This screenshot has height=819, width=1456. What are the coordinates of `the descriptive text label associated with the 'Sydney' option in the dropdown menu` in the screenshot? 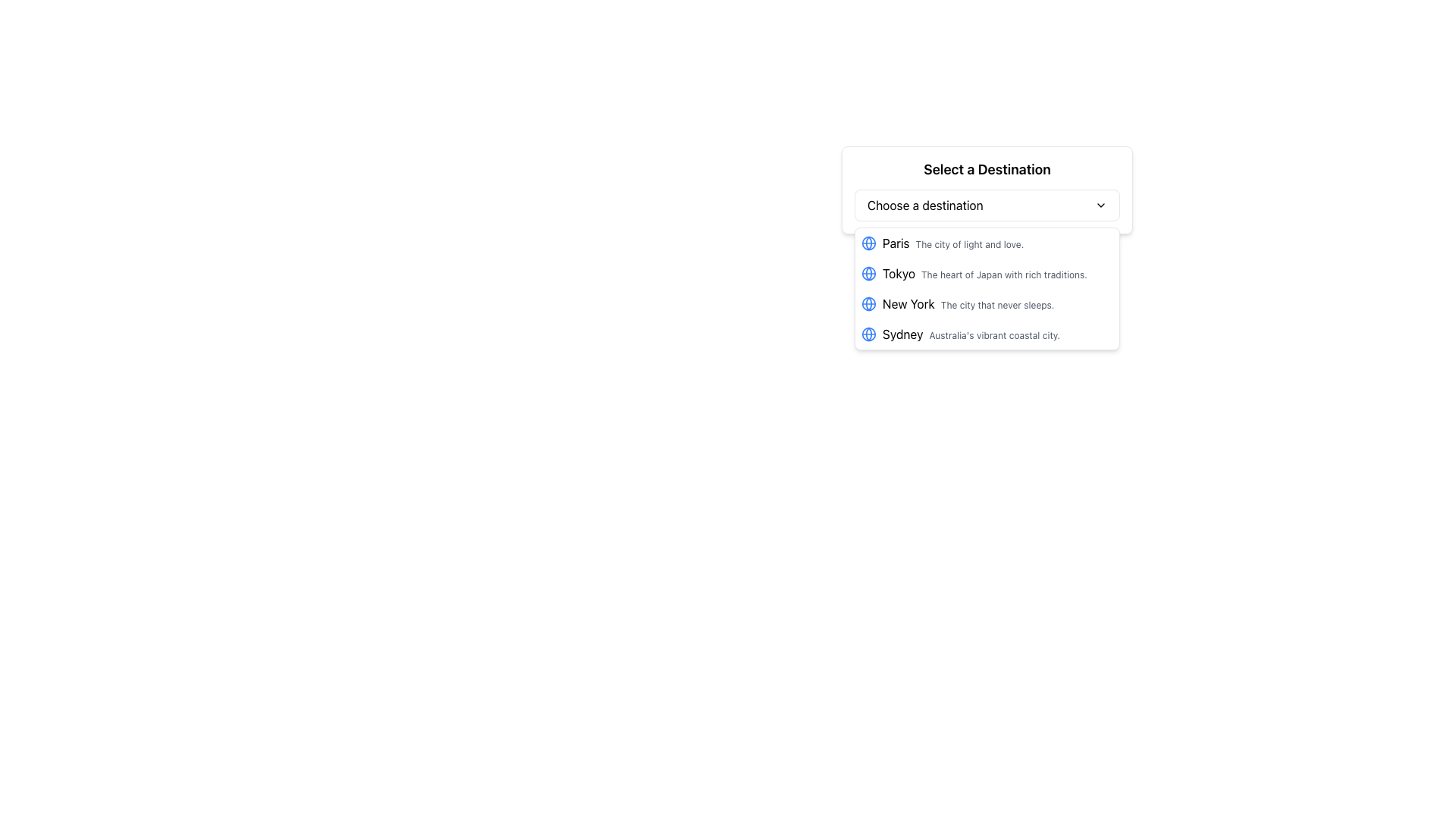 It's located at (994, 334).